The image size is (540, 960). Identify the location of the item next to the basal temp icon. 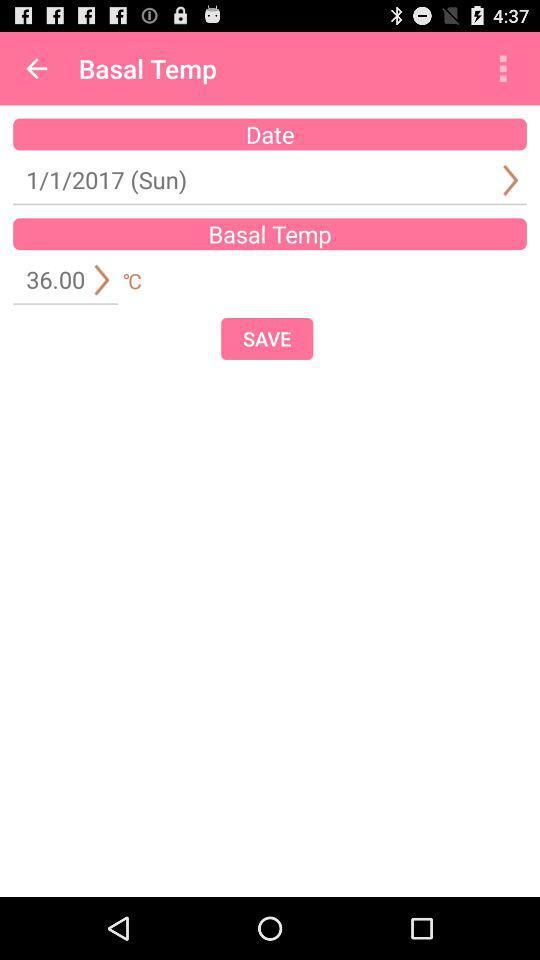
(36, 68).